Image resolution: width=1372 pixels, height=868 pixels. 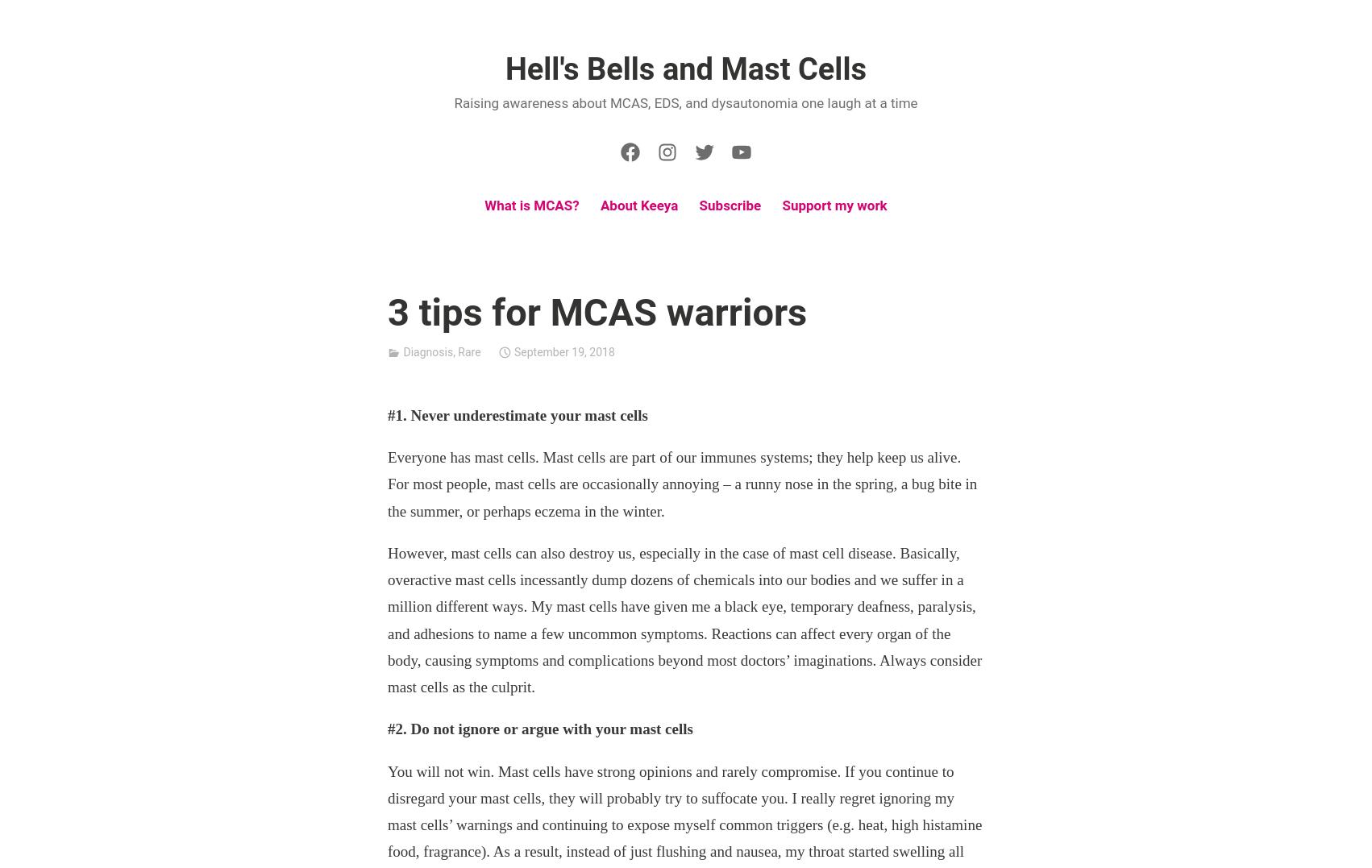 What do you see at coordinates (684, 67) in the screenshot?
I see `'Hell's Bells and Mast Cells'` at bounding box center [684, 67].